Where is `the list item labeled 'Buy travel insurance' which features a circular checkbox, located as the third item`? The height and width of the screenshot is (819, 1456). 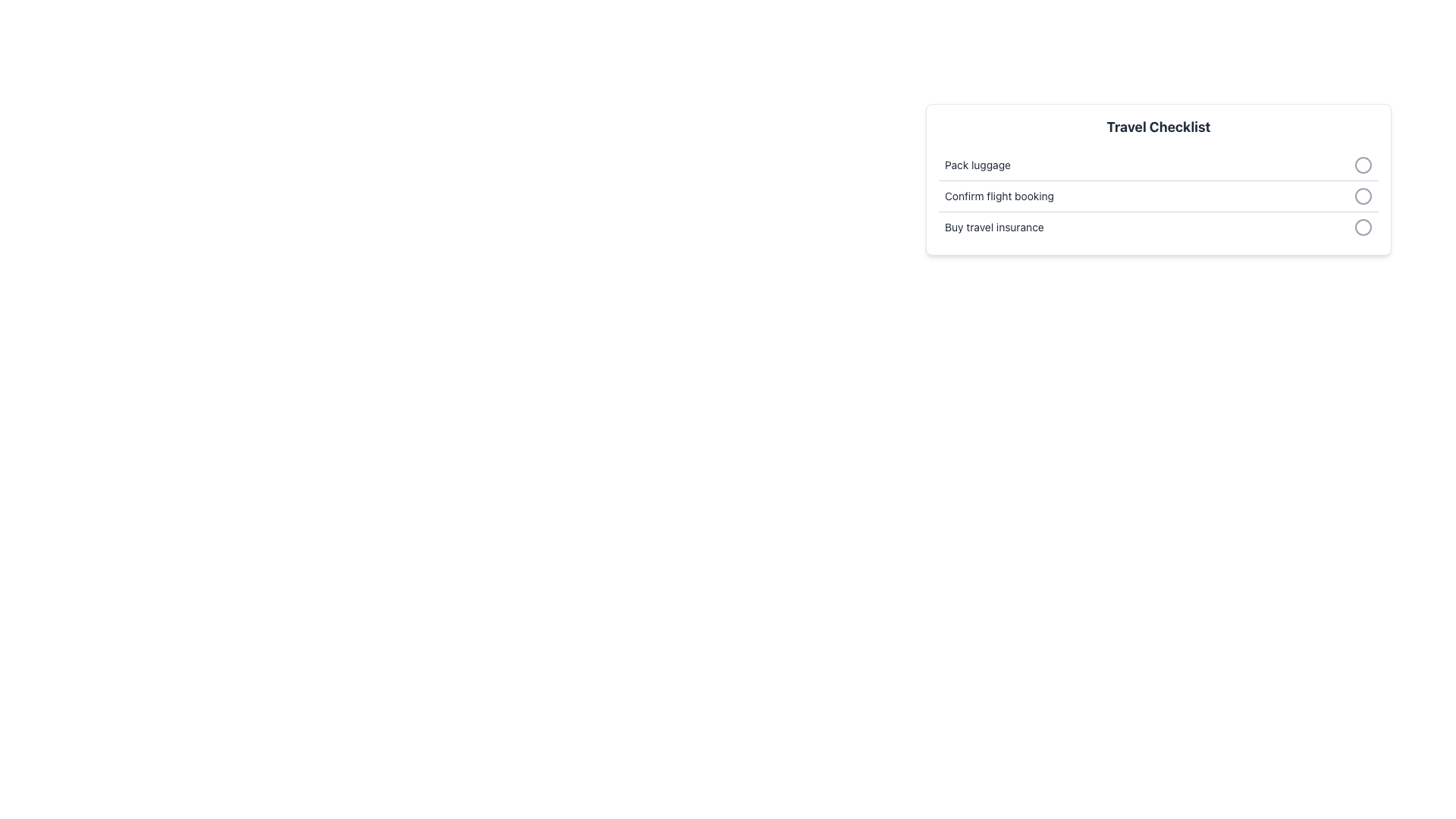
the list item labeled 'Buy travel insurance' which features a circular checkbox, located as the third item is located at coordinates (1157, 227).